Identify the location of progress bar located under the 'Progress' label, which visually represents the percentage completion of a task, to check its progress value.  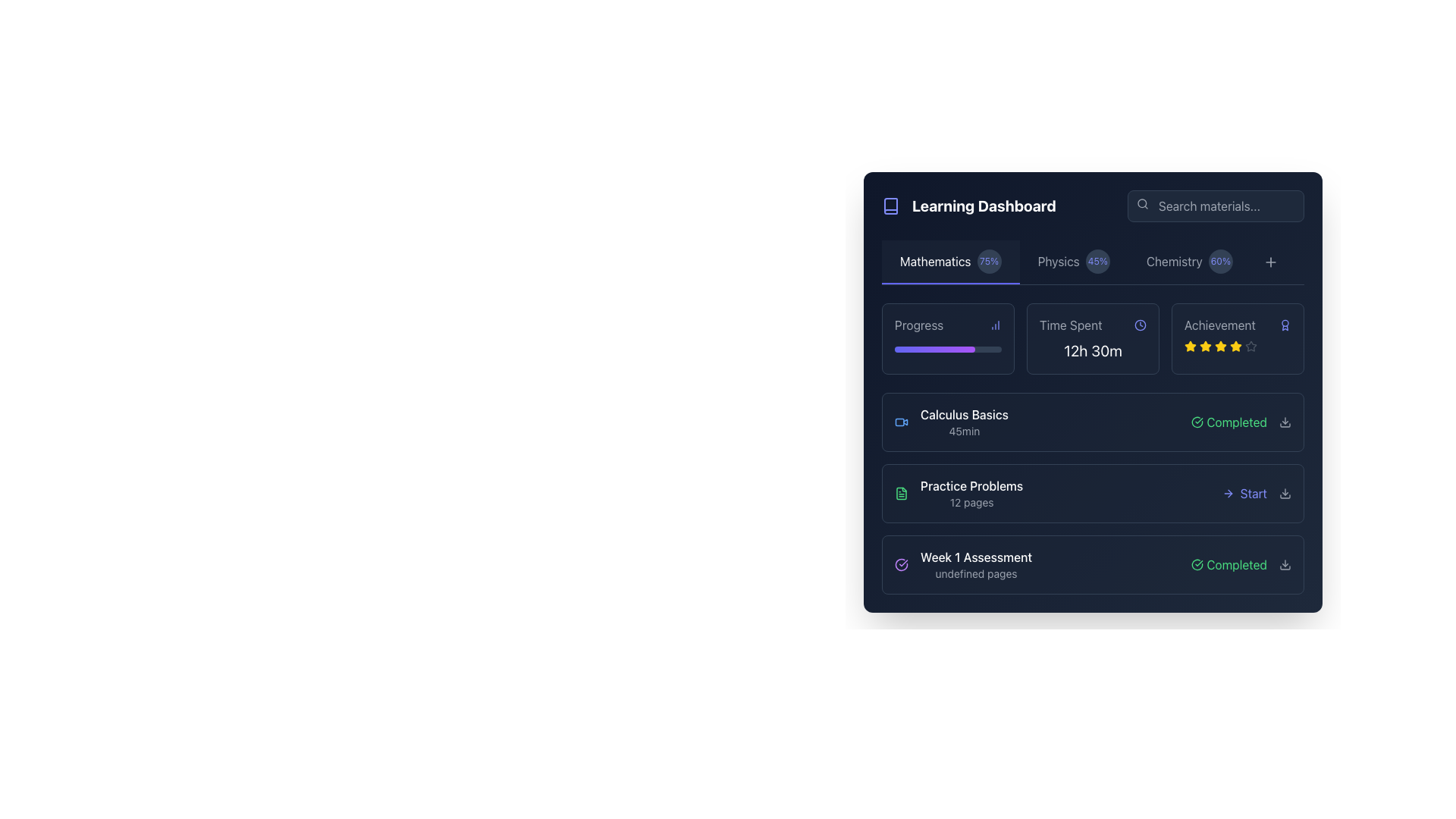
(947, 346).